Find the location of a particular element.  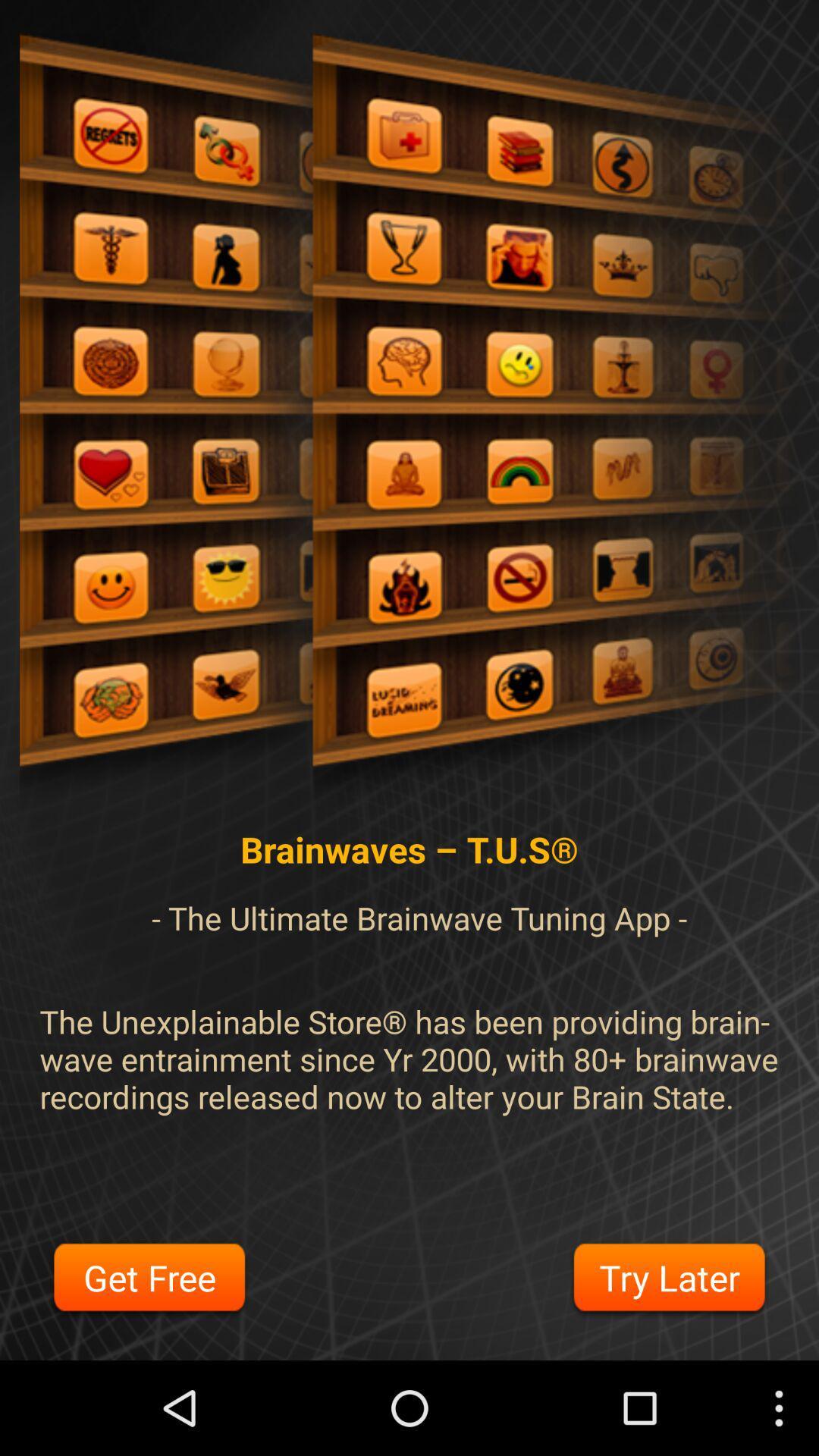

button to the right of the get free button is located at coordinates (668, 1280).